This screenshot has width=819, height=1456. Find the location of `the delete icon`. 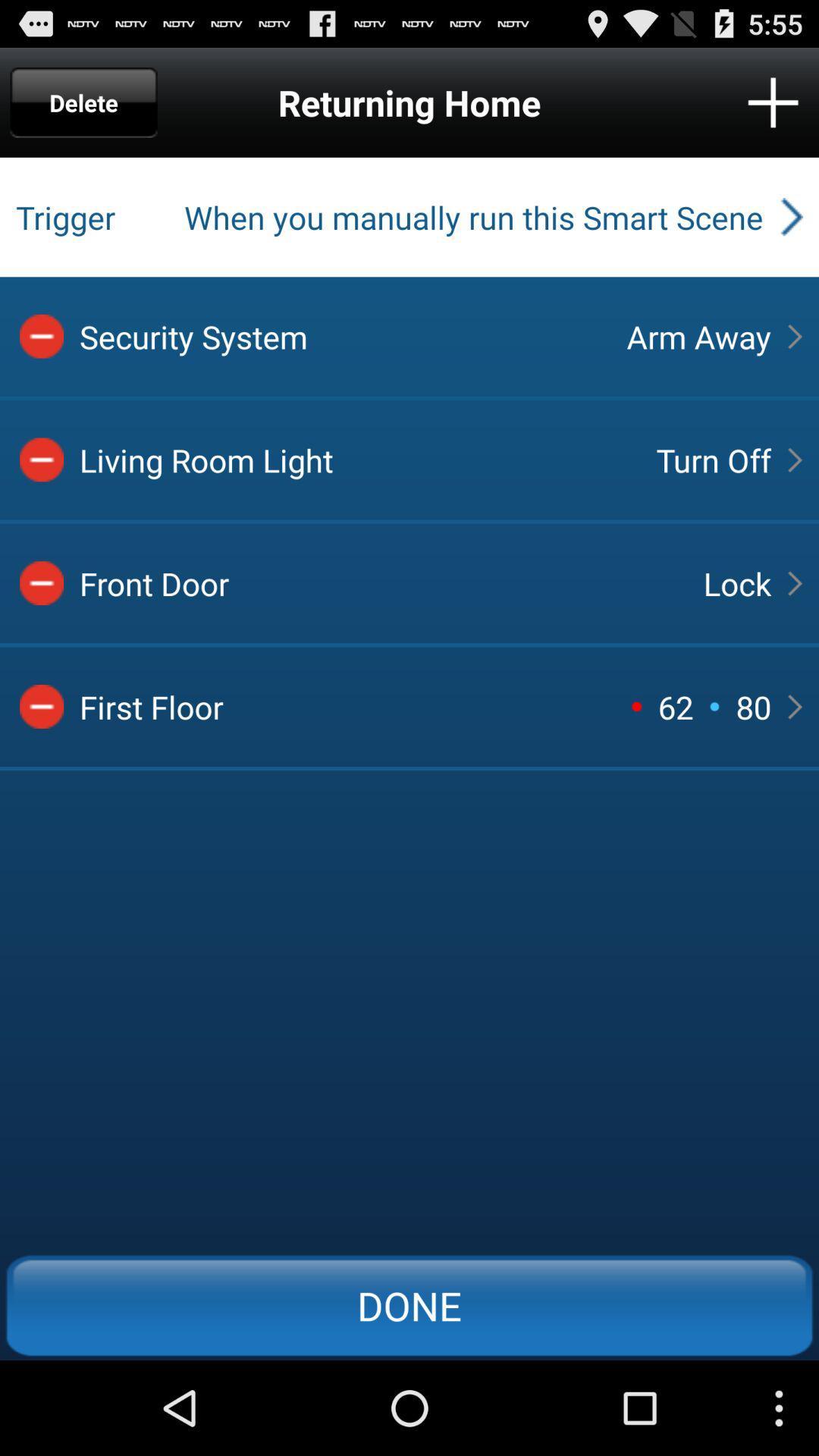

the delete icon is located at coordinates (83, 102).